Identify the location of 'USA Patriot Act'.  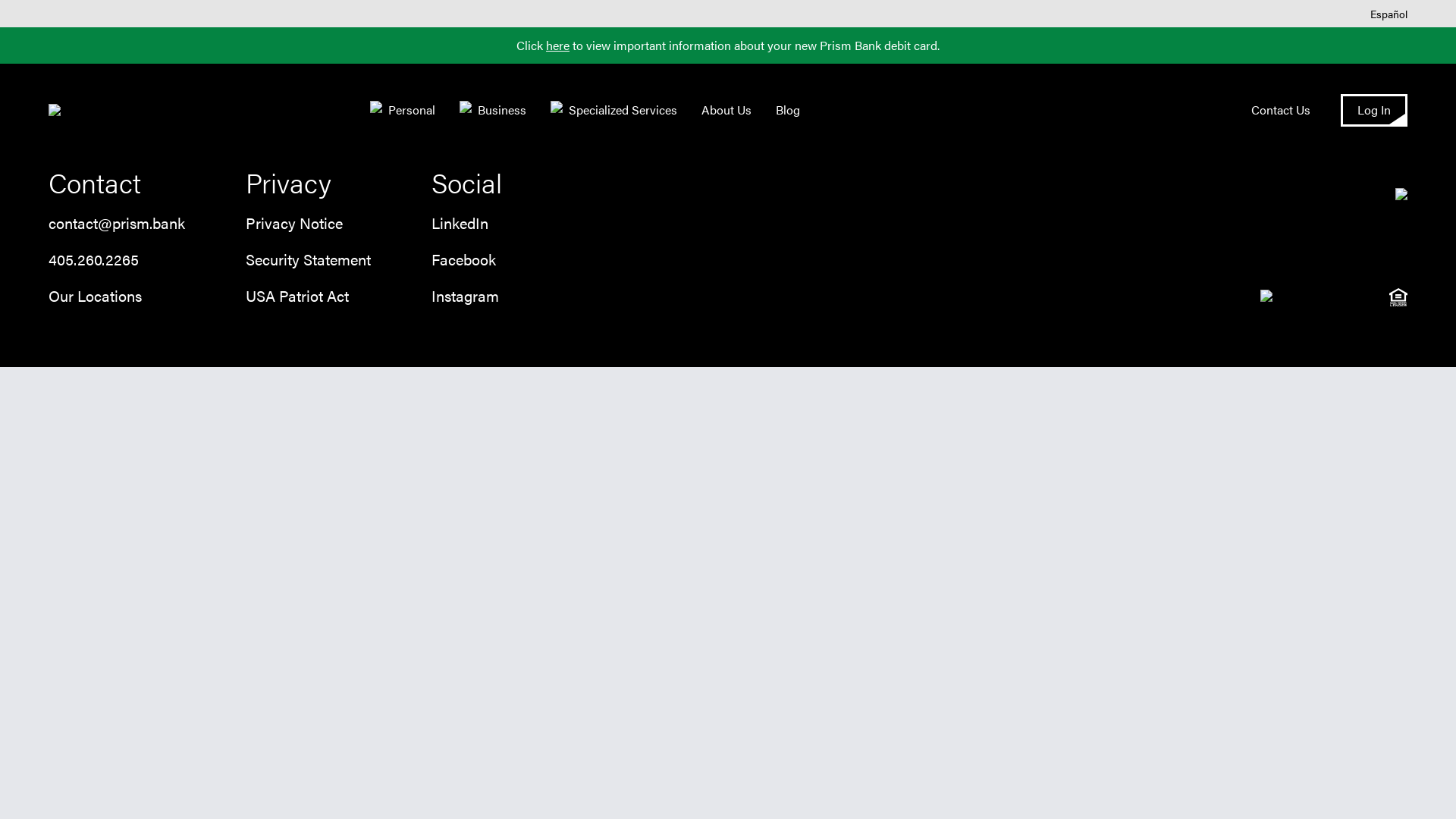
(246, 295).